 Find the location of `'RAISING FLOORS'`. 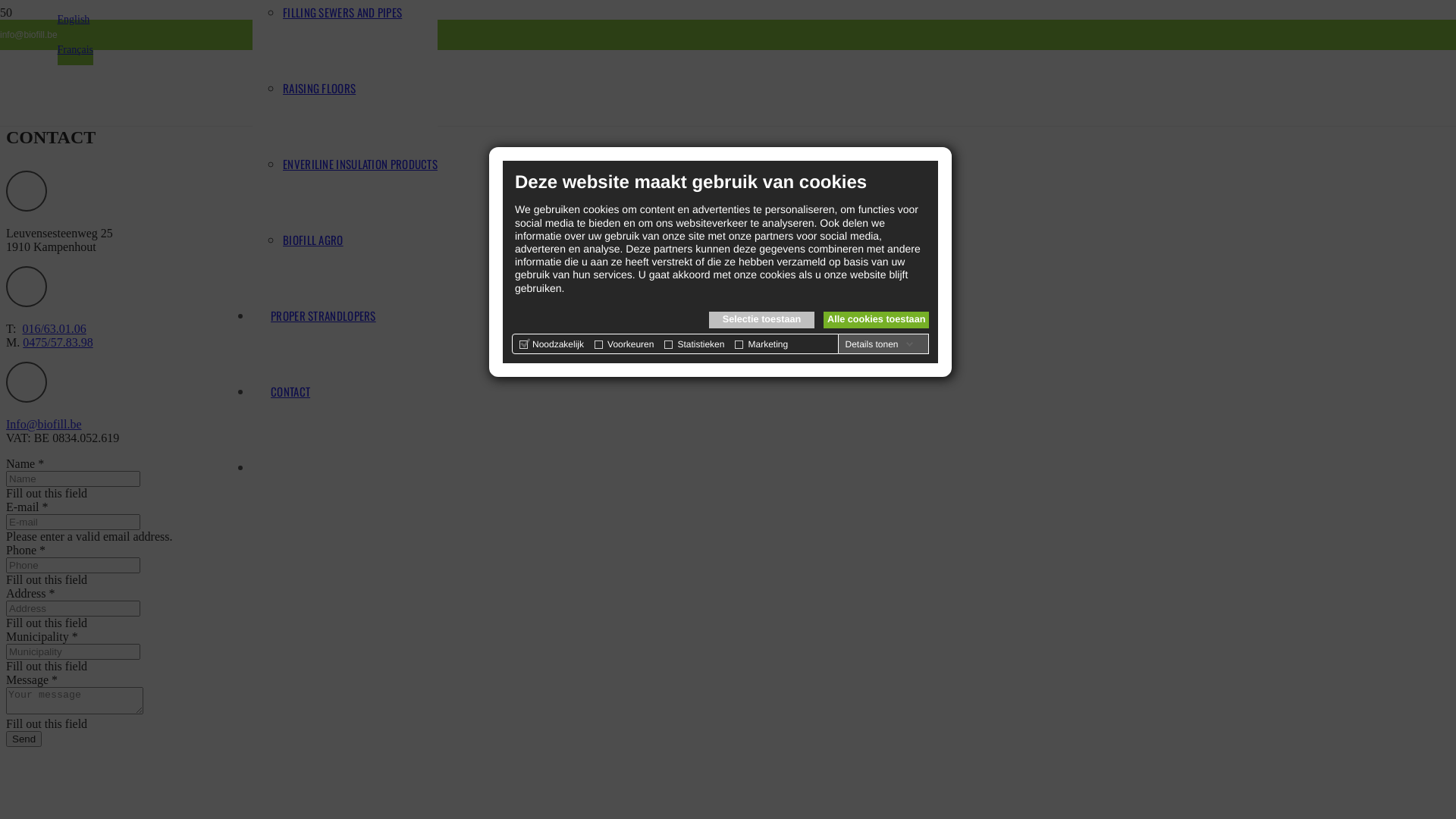

'RAISING FLOORS' is located at coordinates (283, 87).